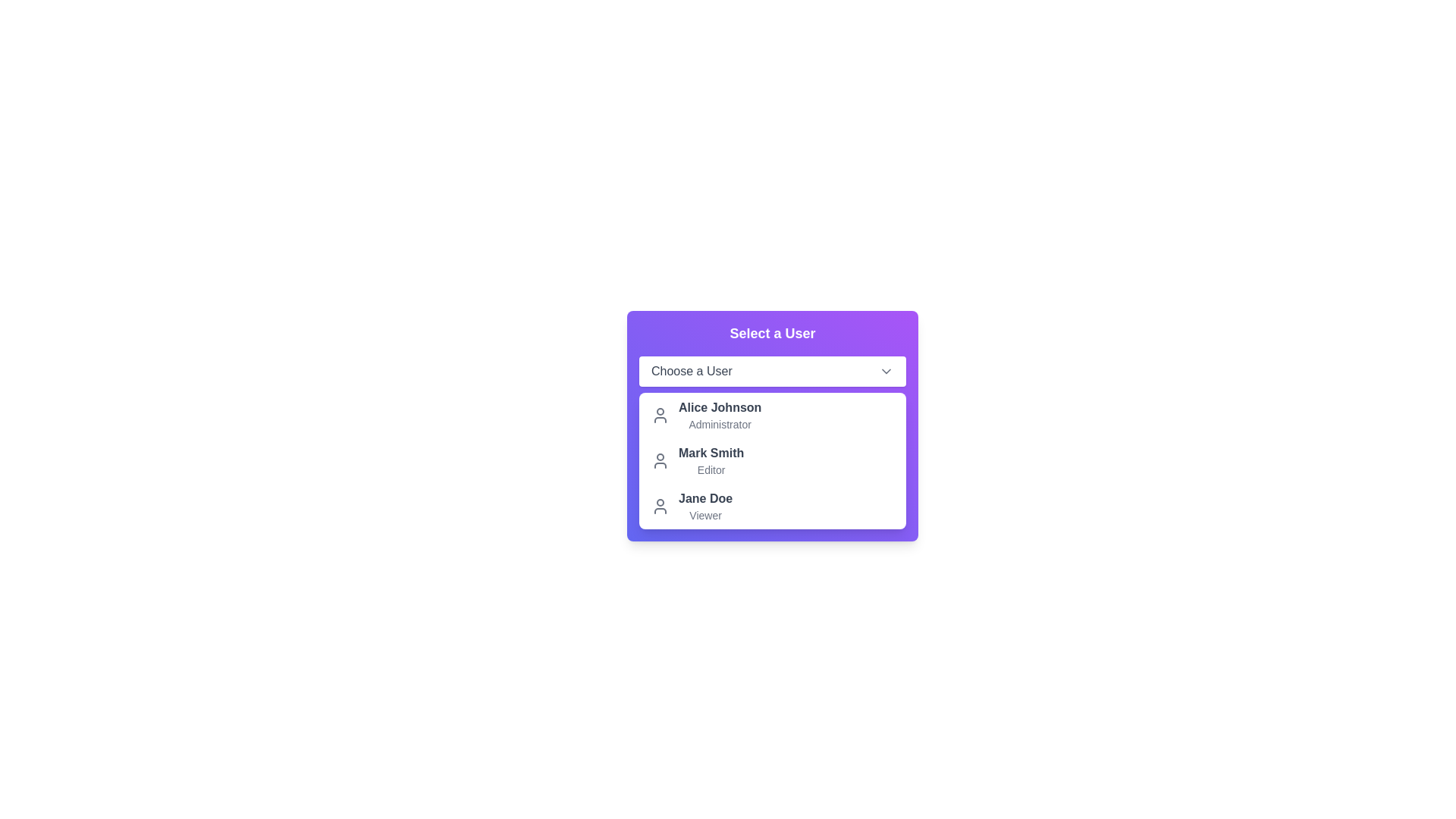 The height and width of the screenshot is (819, 1456). What do you see at coordinates (711, 452) in the screenshot?
I see `the Label or Text Element that displays the name of the individual associated with the user entry in the selection list, positioned in the center of the user selection modal` at bounding box center [711, 452].